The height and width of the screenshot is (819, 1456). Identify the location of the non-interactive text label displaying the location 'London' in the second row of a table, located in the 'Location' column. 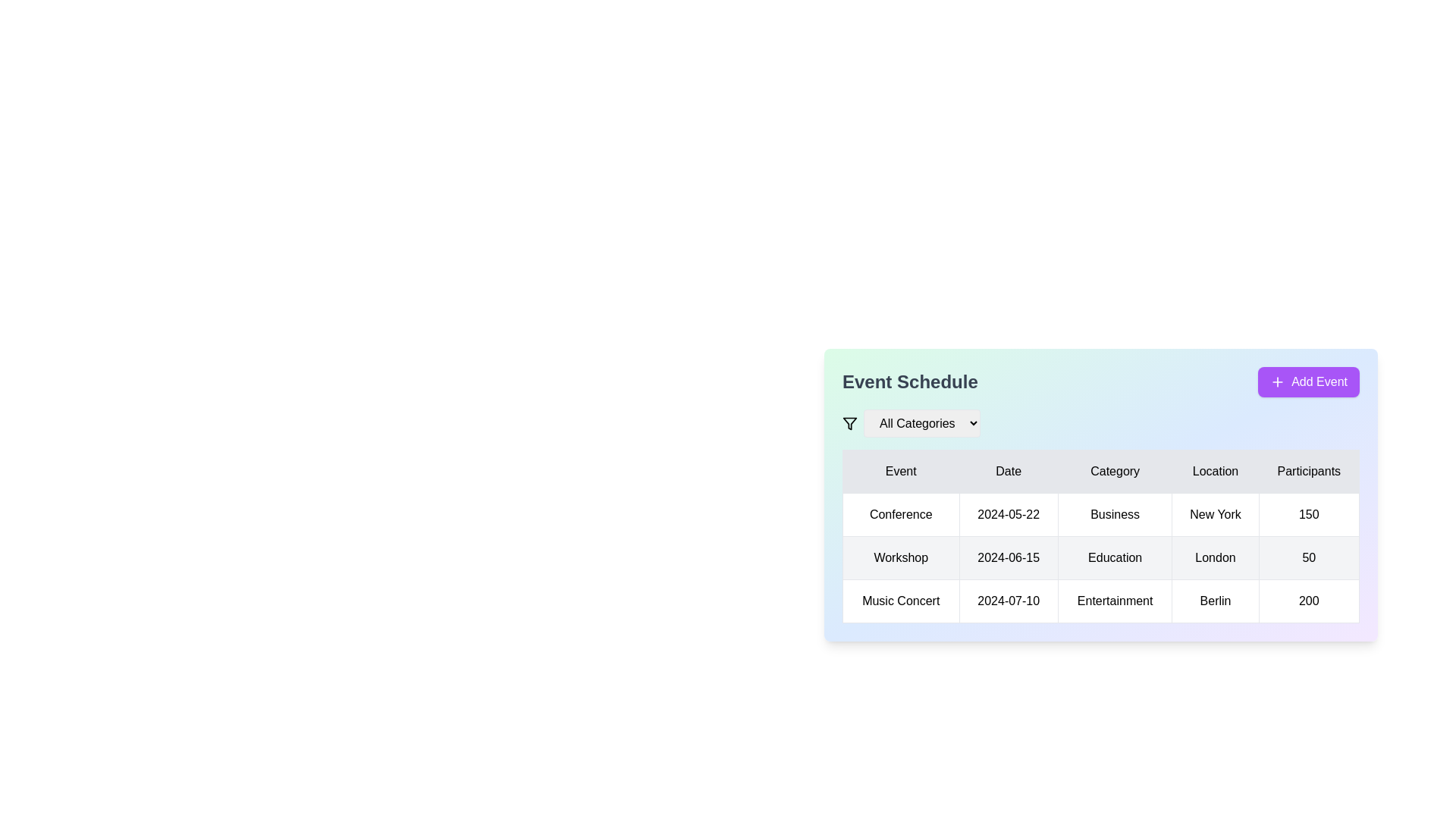
(1216, 558).